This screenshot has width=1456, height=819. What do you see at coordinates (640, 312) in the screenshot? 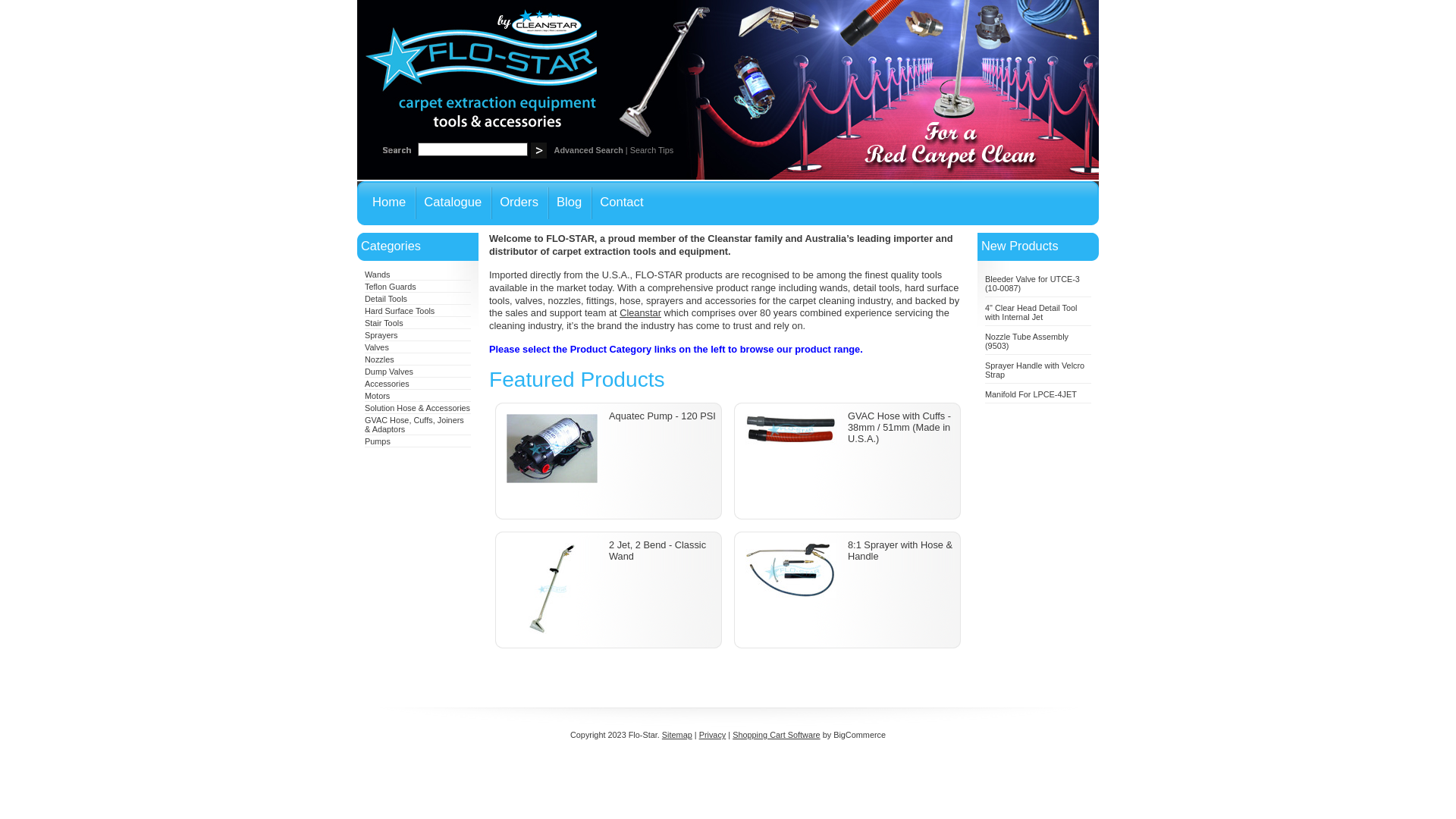
I see `'Cleanstar'` at bounding box center [640, 312].